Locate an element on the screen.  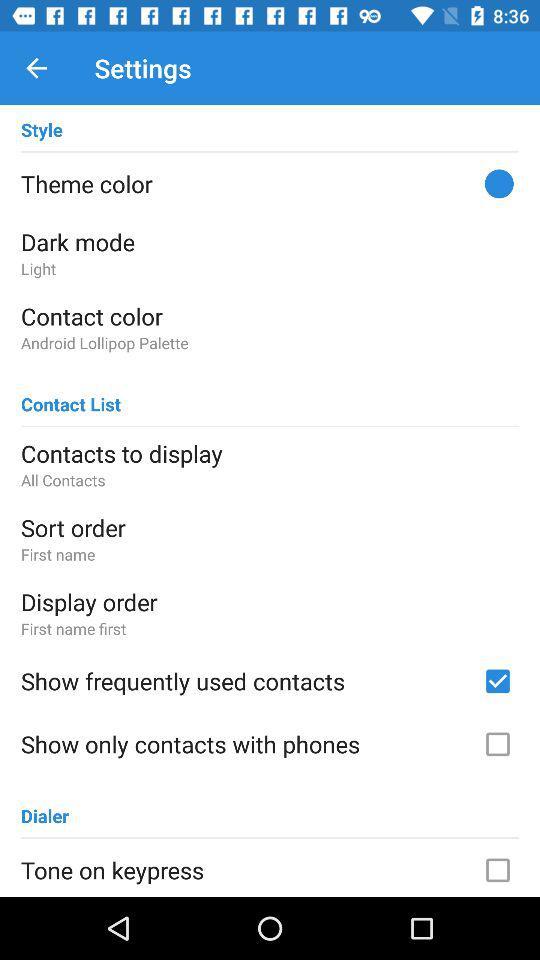
item below the contact color icon is located at coordinates (270, 342).